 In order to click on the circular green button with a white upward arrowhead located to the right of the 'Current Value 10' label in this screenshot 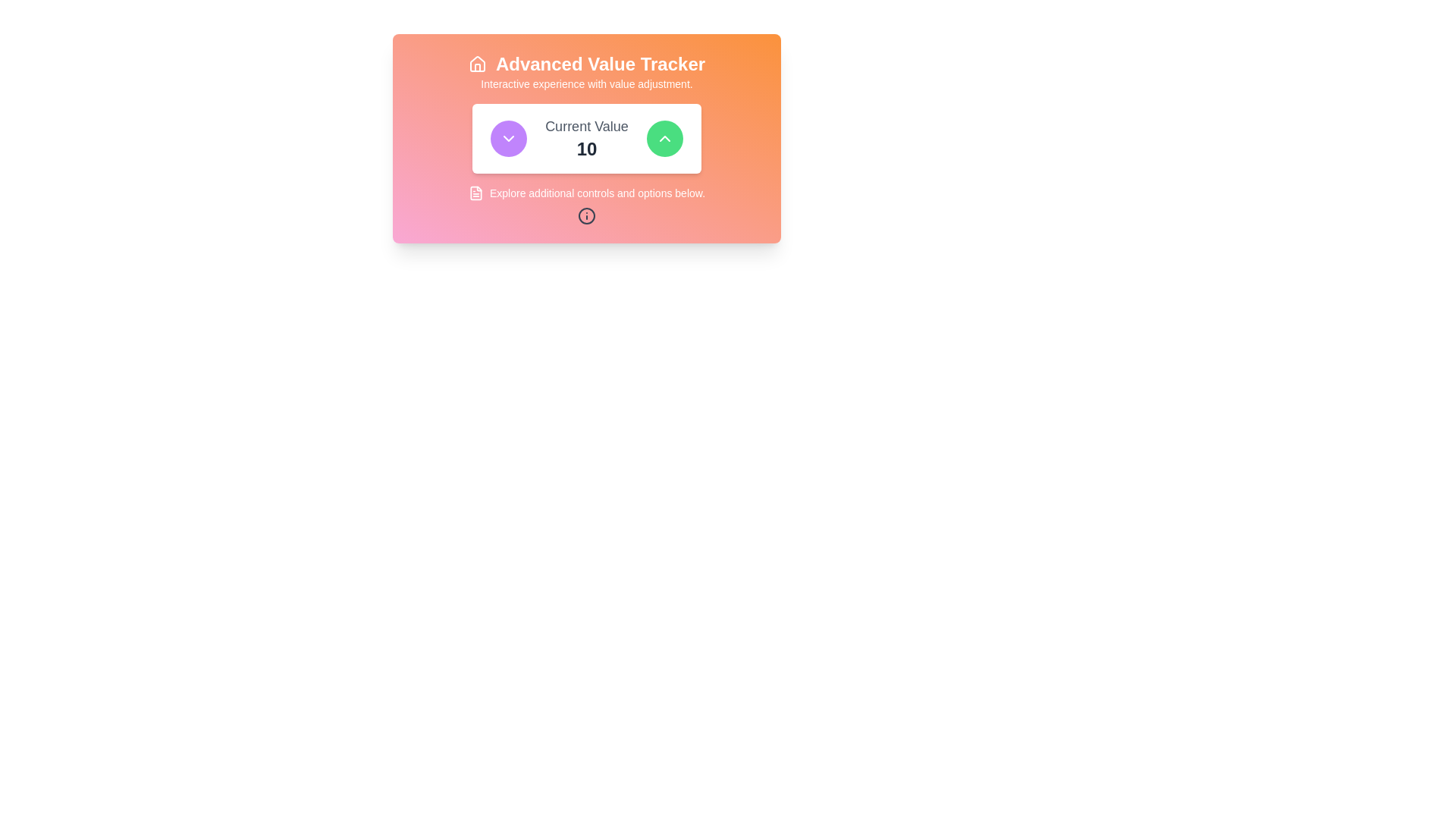, I will do `click(664, 138)`.